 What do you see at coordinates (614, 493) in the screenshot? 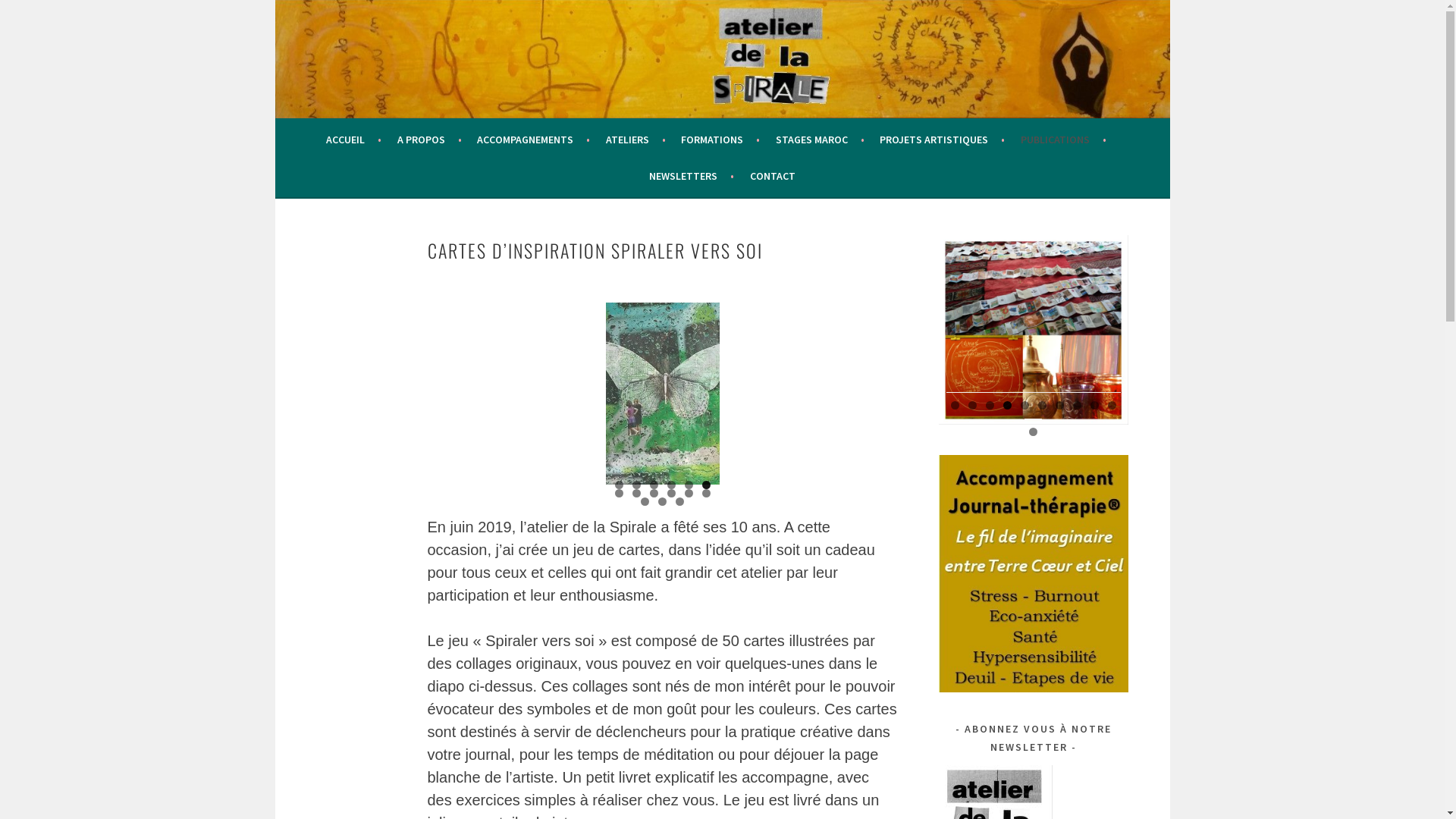
I see `'7'` at bounding box center [614, 493].